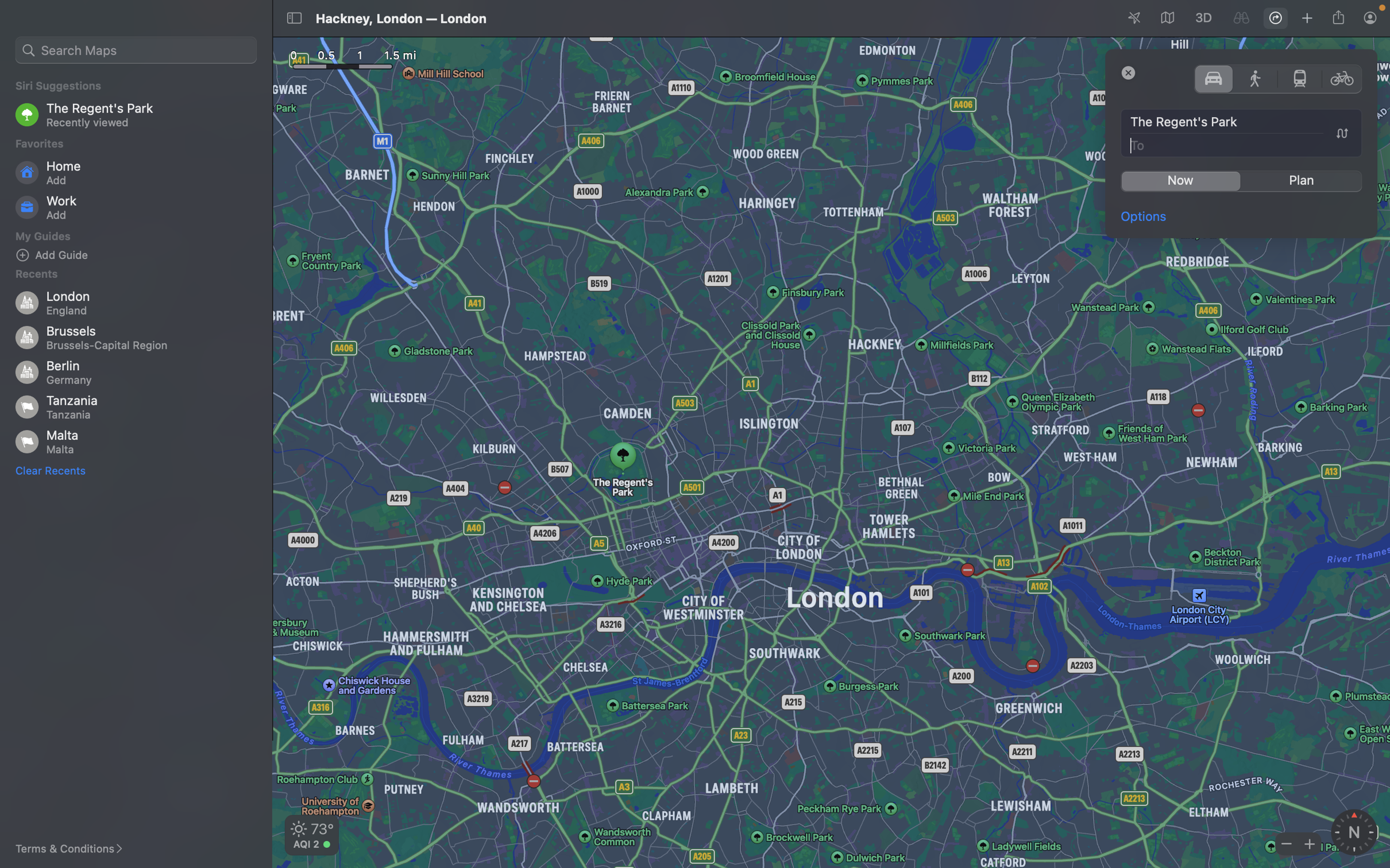 The height and width of the screenshot is (868, 1390). Describe the element at coordinates (1343, 77) in the screenshot. I see `Alter mode of transportation to bike` at that location.